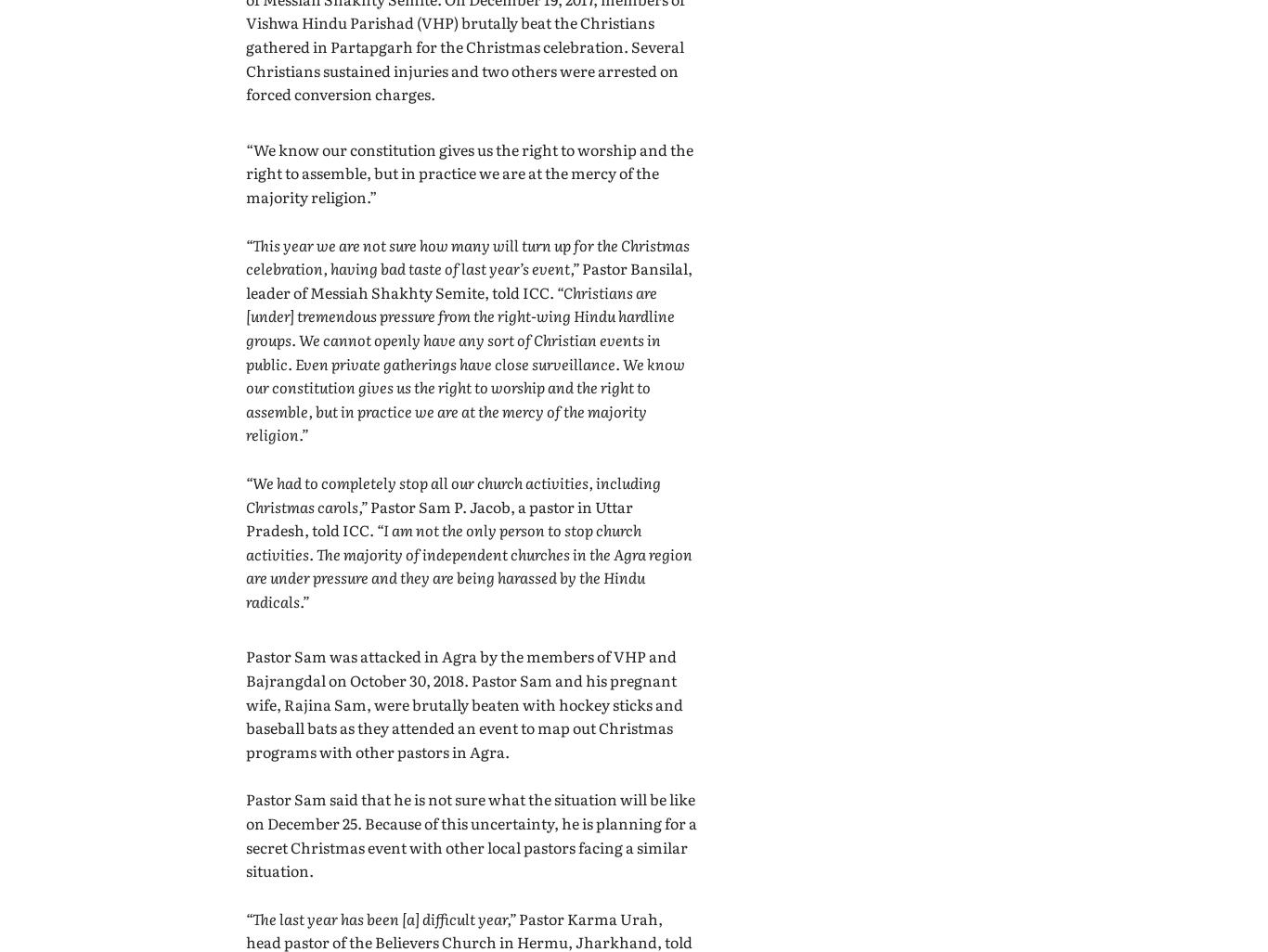 The width and height of the screenshot is (1268, 952). Describe the element at coordinates (381, 916) in the screenshot. I see `'“The last year has been [a] difficult year,”'` at that location.